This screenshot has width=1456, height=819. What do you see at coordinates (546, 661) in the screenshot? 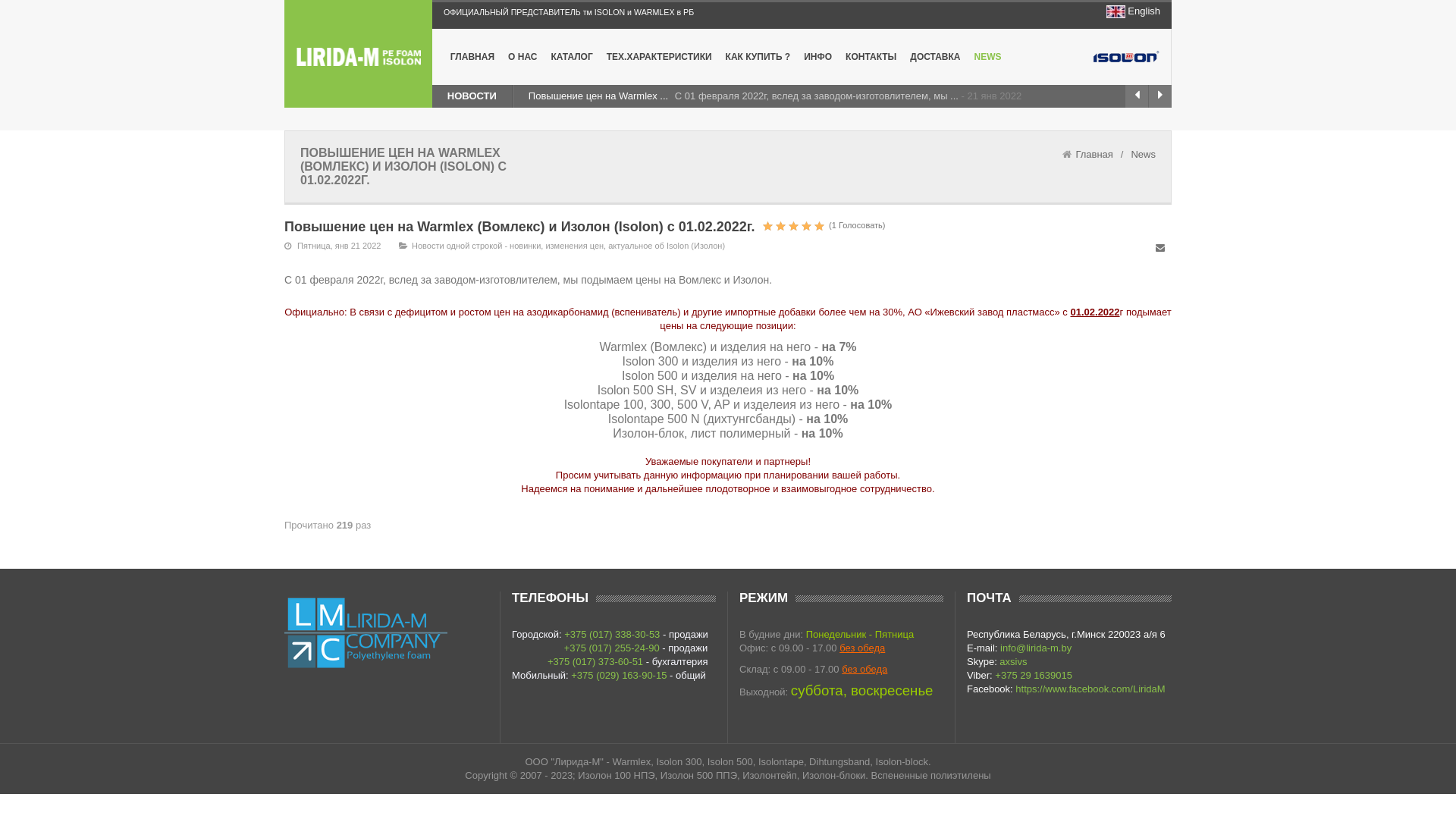
I see `'+375 (017) 373-60-51'` at bounding box center [546, 661].